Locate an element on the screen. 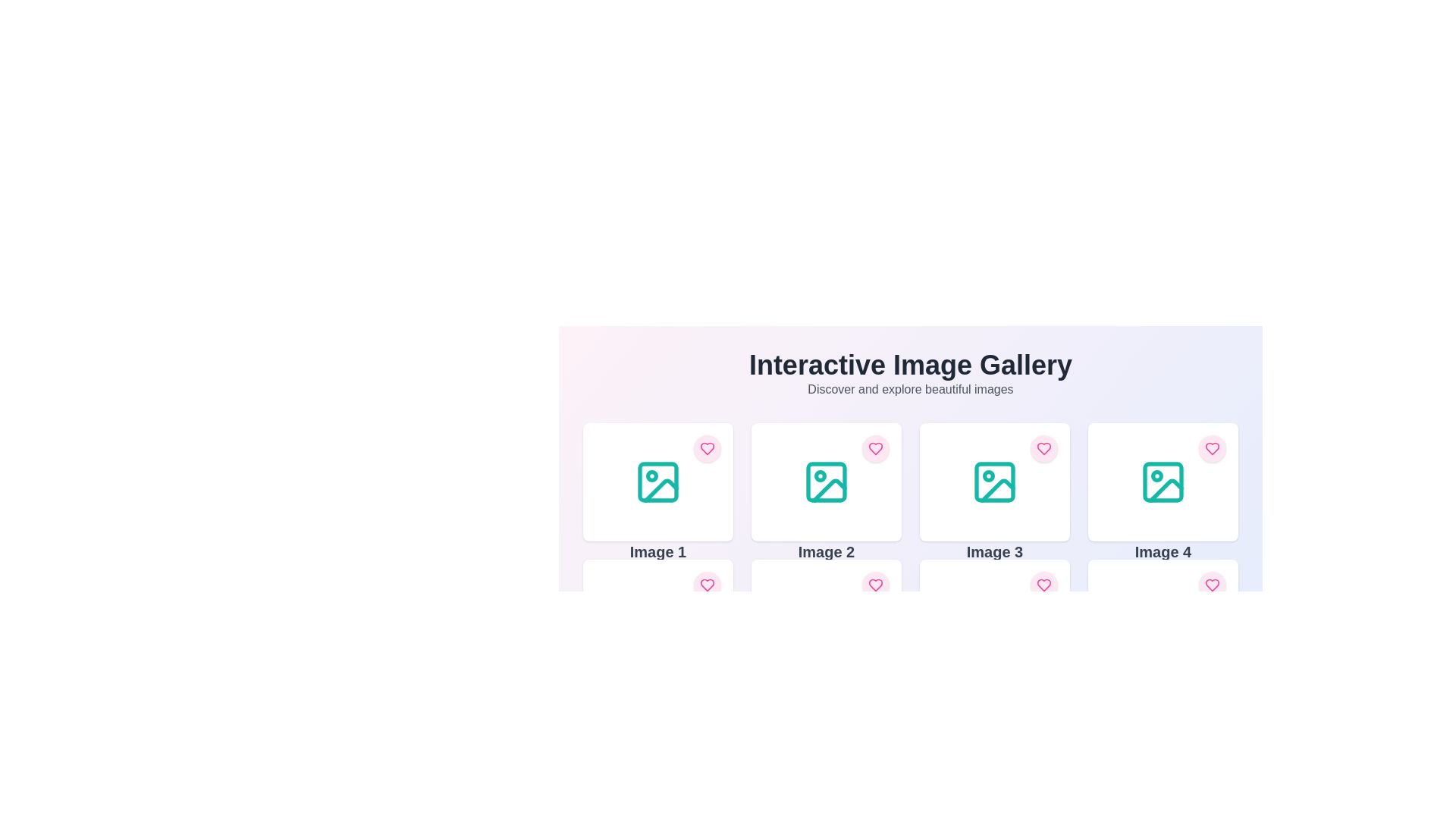 The width and height of the screenshot is (1456, 819). the interactive card labeled 'Image 4' which is the fourth card in the grid layout, located in the top-right of its row is located at coordinates (1163, 482).